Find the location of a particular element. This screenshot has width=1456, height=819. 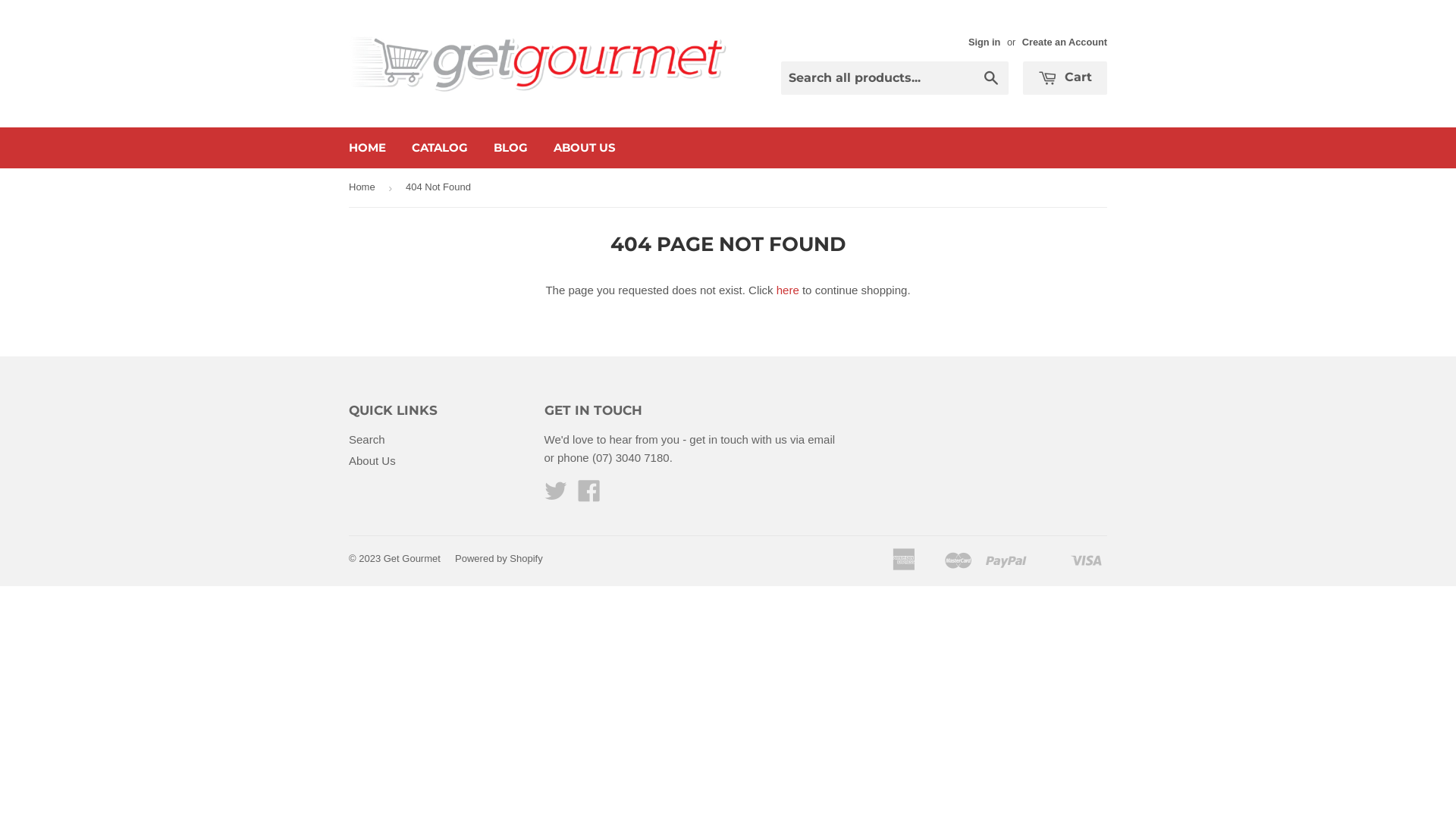

'email' is located at coordinates (821, 439).